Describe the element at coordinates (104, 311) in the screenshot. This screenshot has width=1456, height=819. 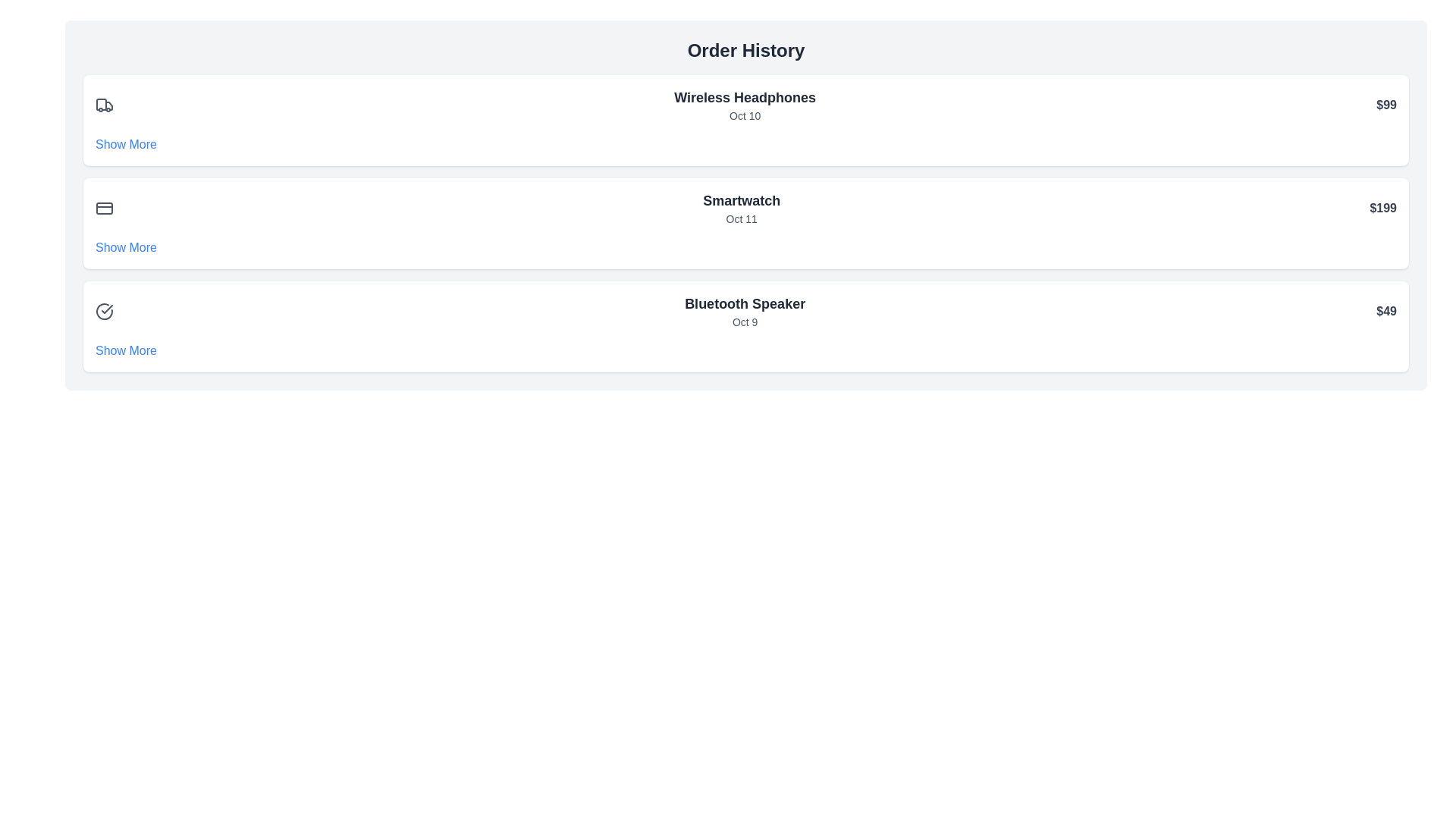
I see `the circular gray icon with a checkmark, located next to the 'Bluetooth Speaker' entry in the vertical list of product items` at that location.